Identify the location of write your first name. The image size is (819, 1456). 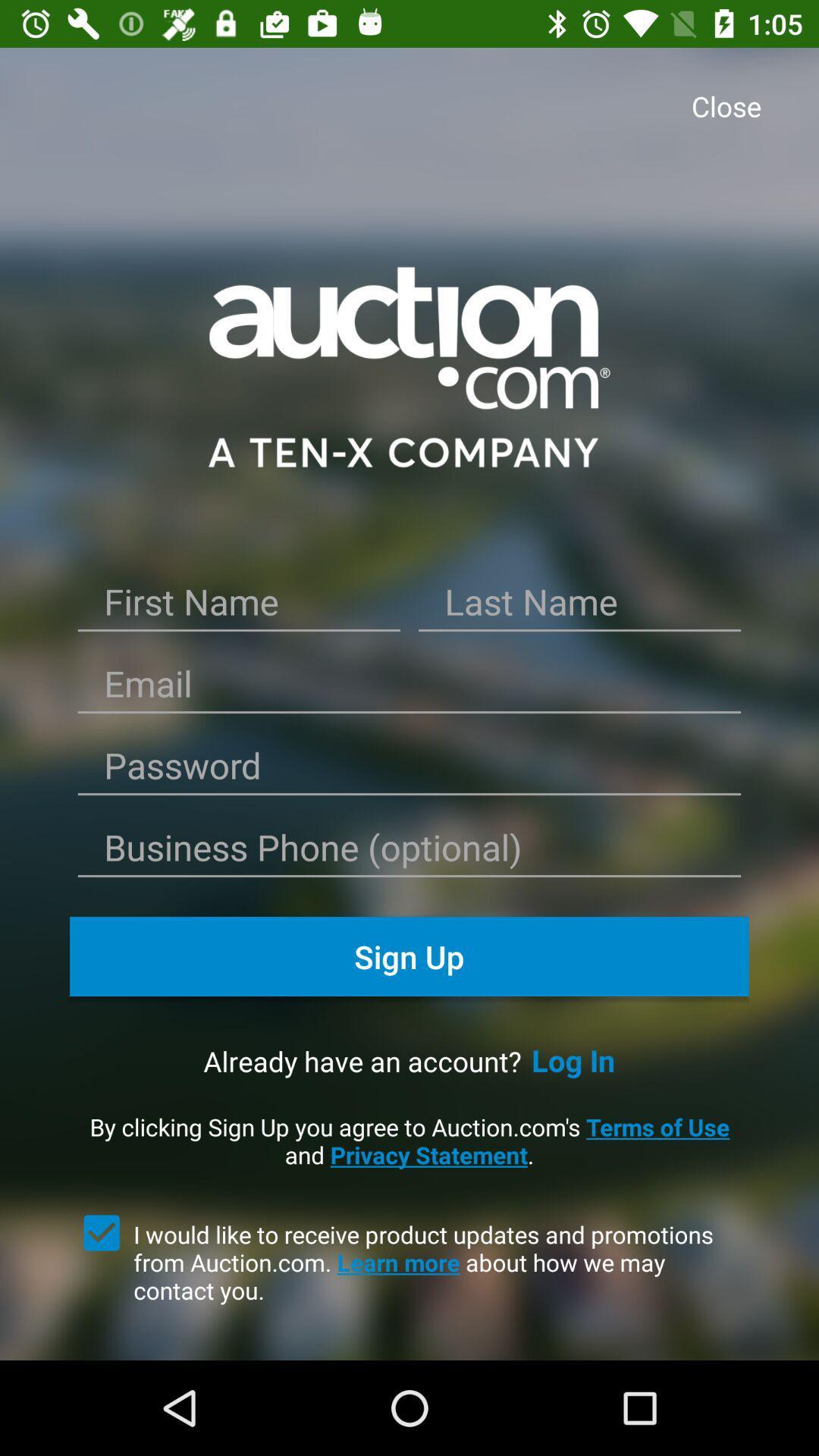
(239, 607).